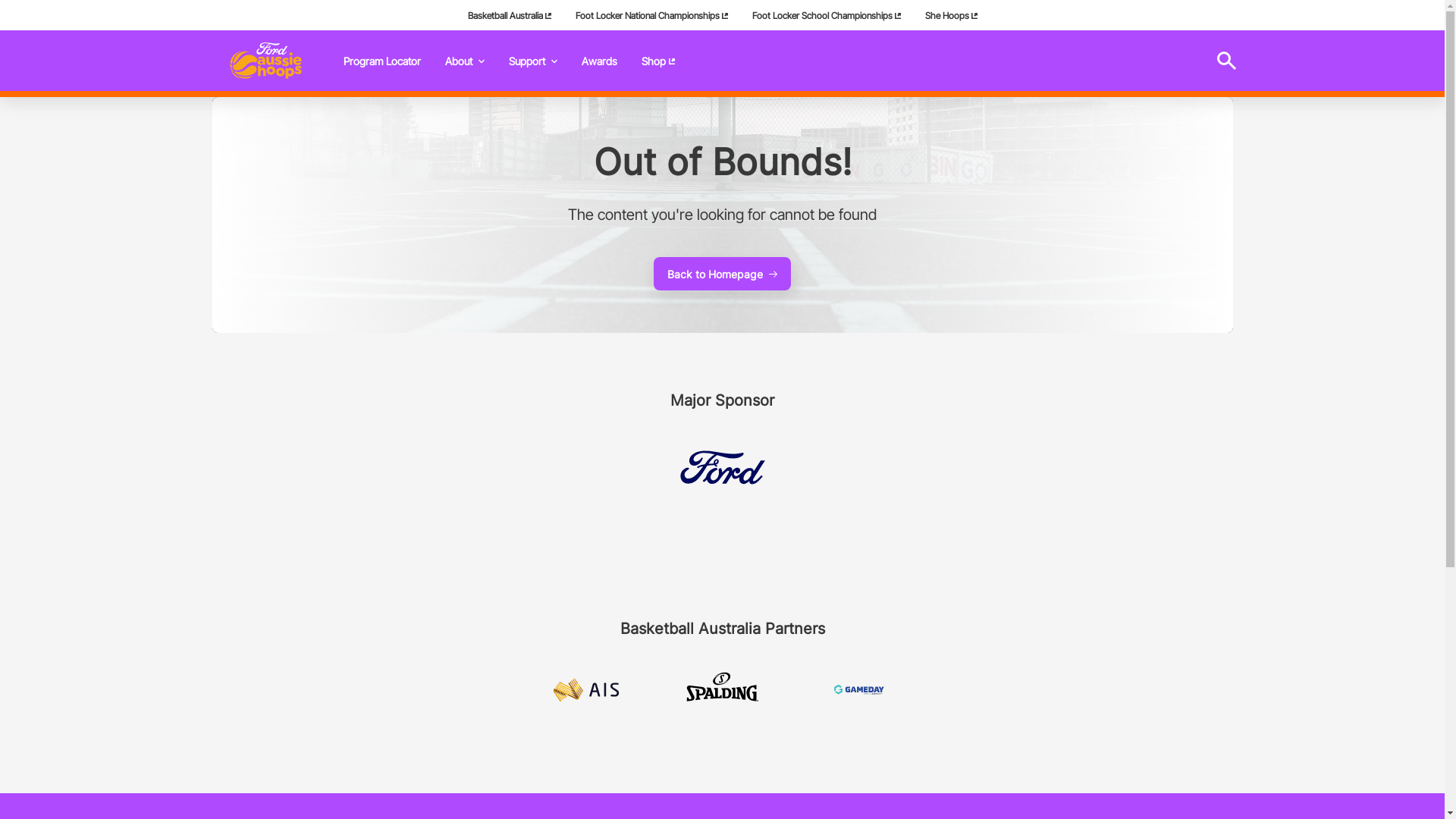 This screenshot has height=819, width=1456. I want to click on 'Major Partner Ford', so click(720, 466).